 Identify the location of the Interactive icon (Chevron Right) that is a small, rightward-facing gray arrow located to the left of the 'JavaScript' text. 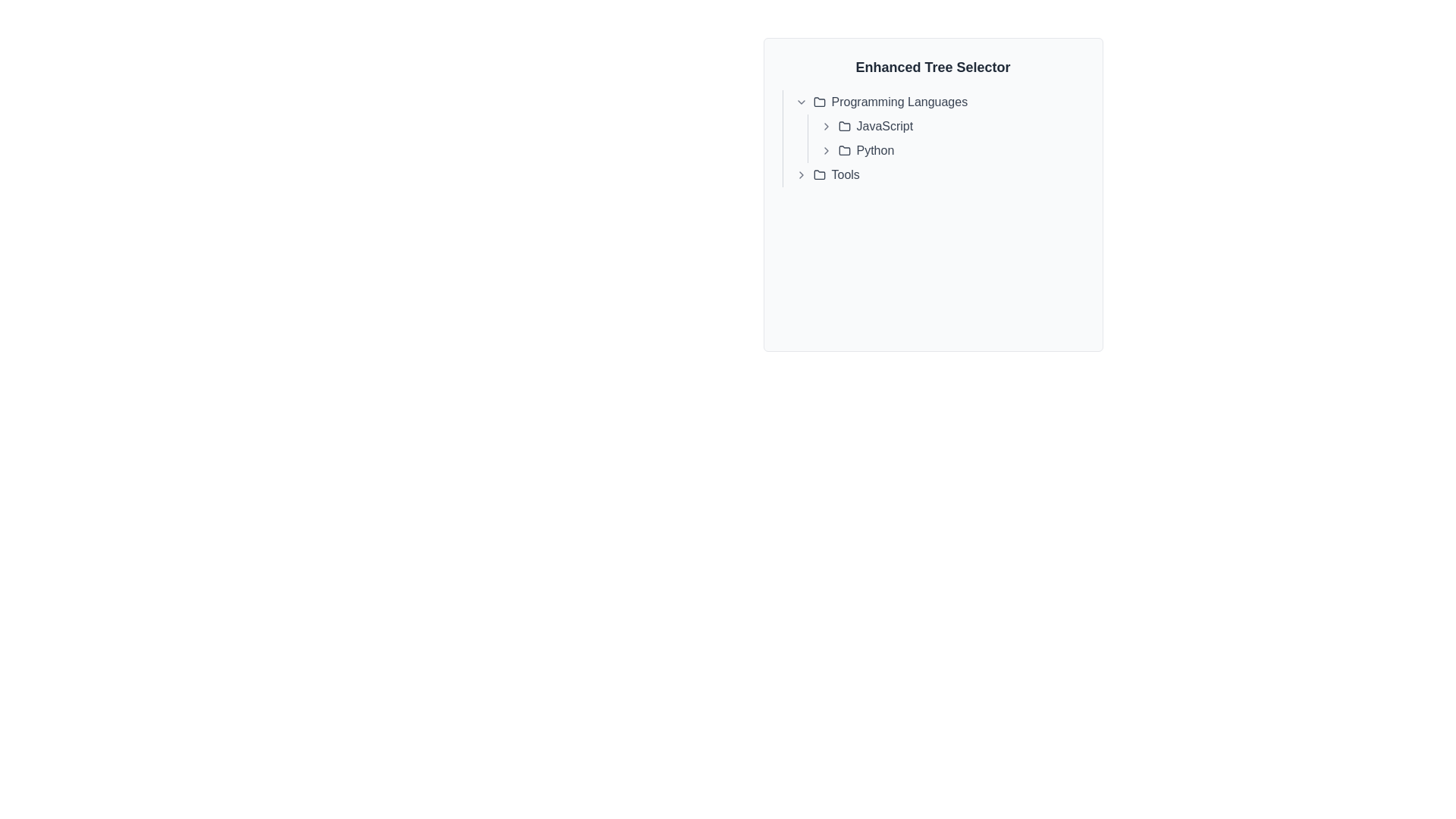
(825, 125).